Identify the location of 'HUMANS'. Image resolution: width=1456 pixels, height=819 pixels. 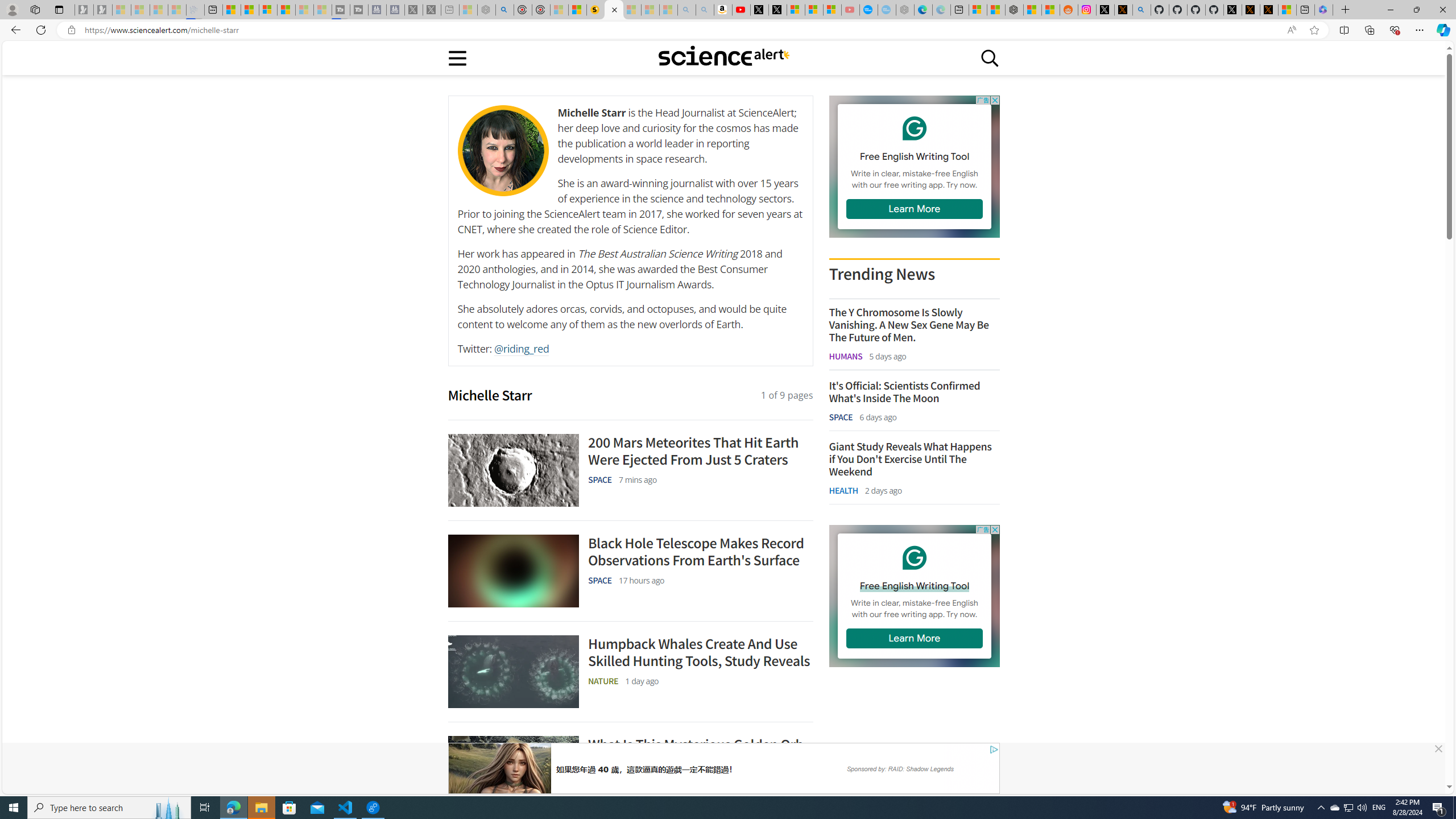
(846, 355).